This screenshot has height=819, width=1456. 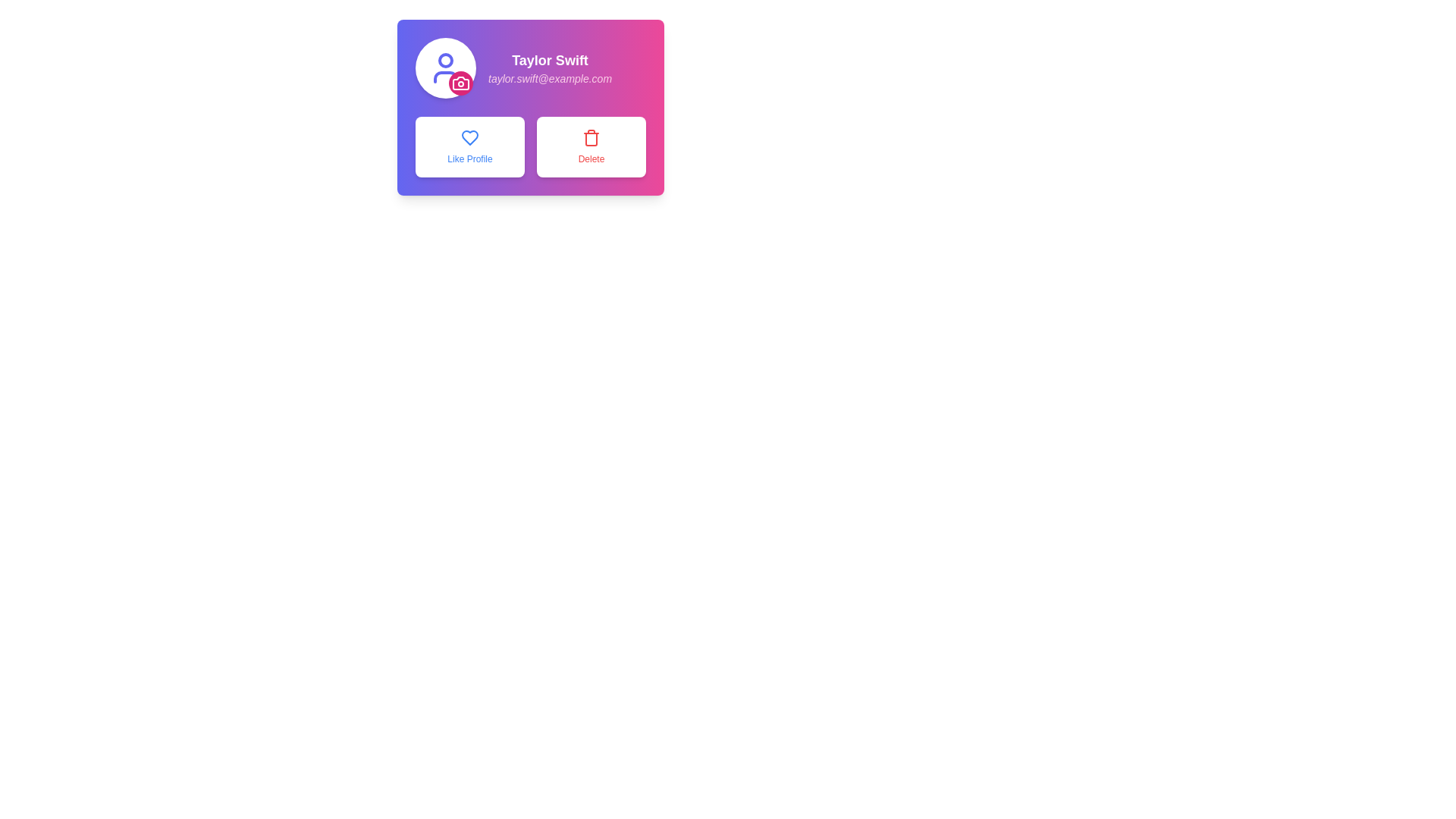 I want to click on the 'Like Profile' button, which is a rectangular button with a white background and rounded corners, located in the lower-left corner of the profile card interface, so click(x=469, y=146).